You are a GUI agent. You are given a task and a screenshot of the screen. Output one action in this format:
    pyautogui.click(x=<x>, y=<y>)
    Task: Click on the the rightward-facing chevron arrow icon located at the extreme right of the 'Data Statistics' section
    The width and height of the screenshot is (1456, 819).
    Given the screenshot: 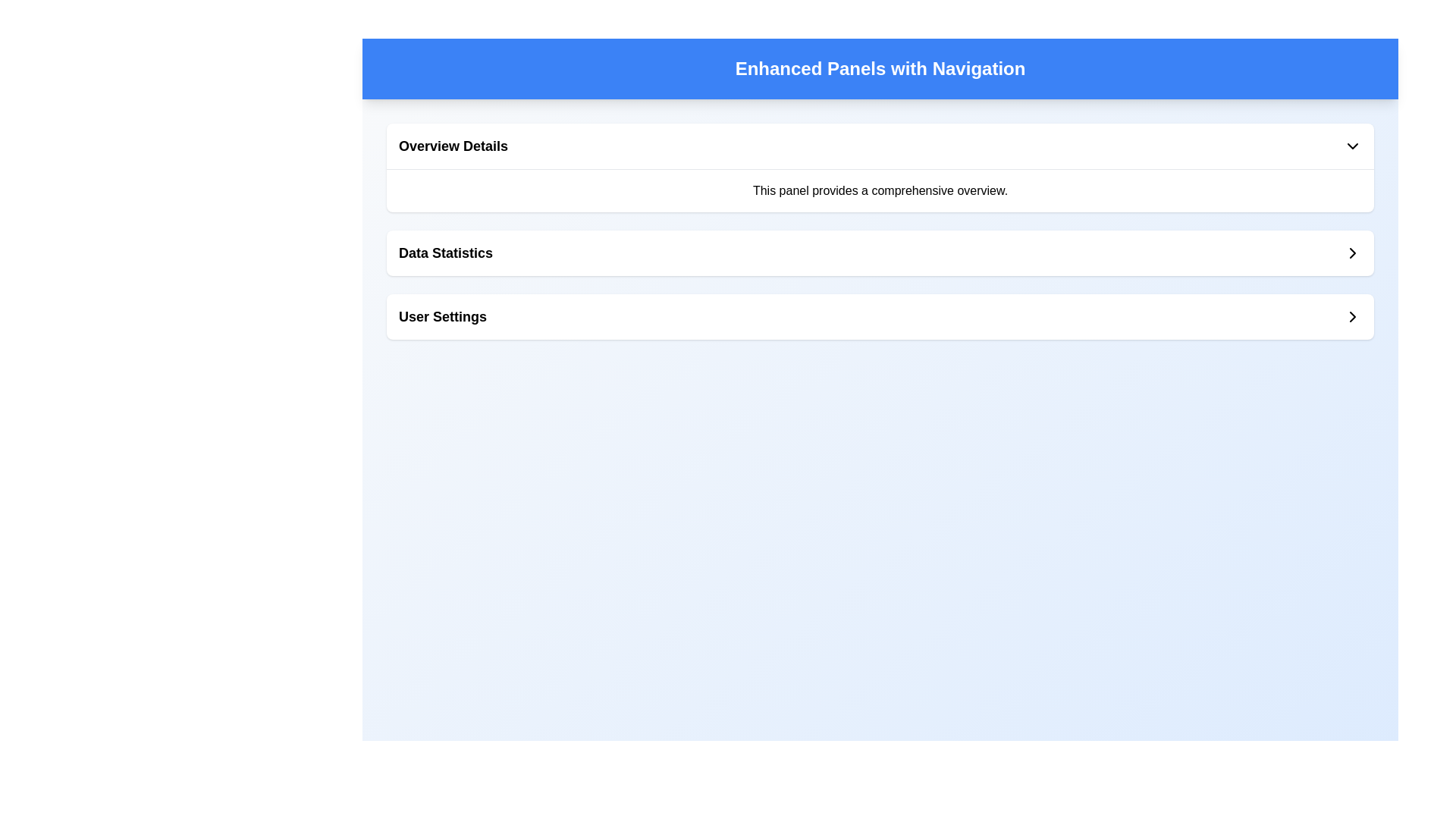 What is the action you would take?
    pyautogui.click(x=1353, y=253)
    